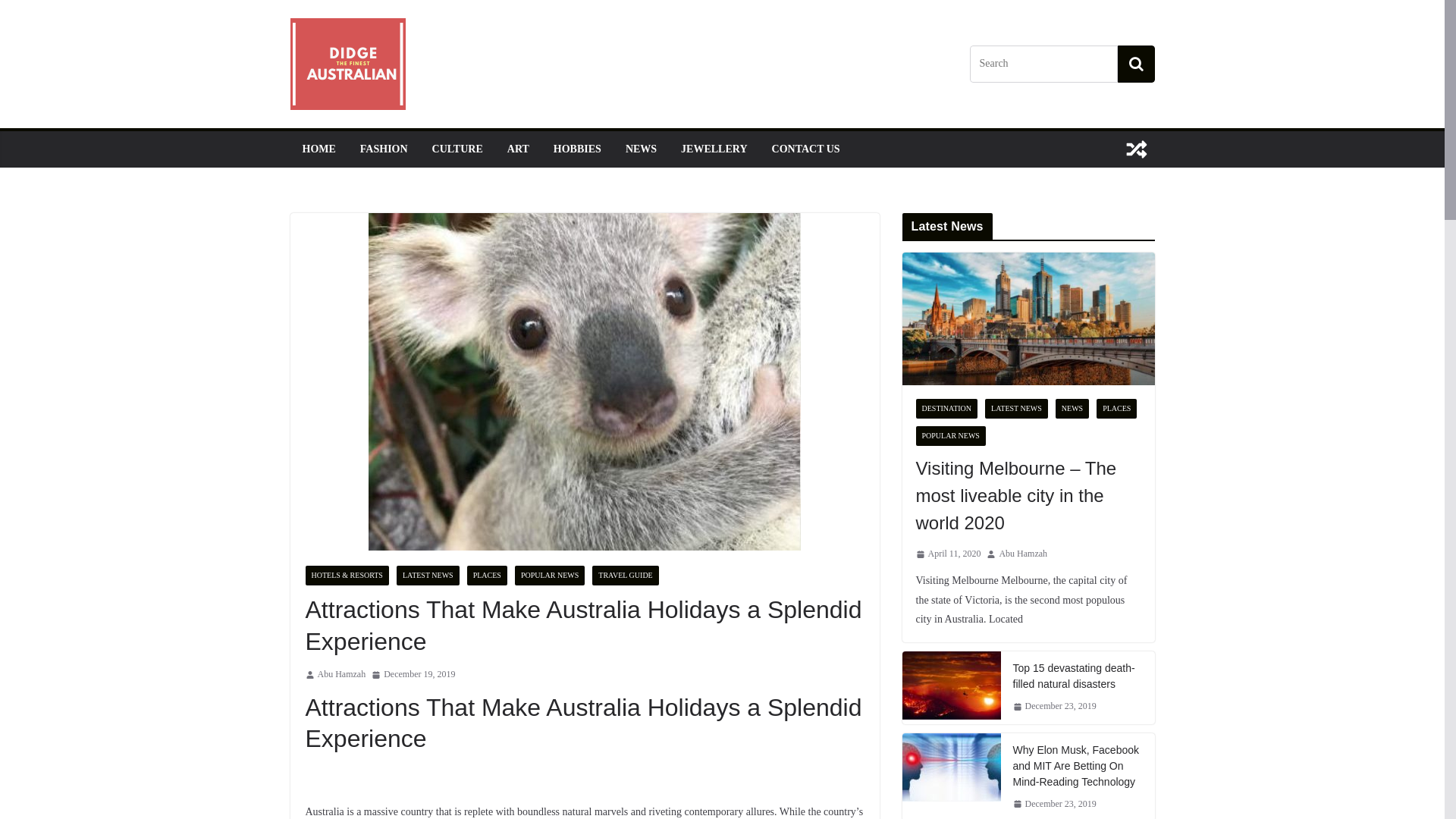  Describe the element at coordinates (1012, 707) in the screenshot. I see `'December 23, 2019'` at that location.